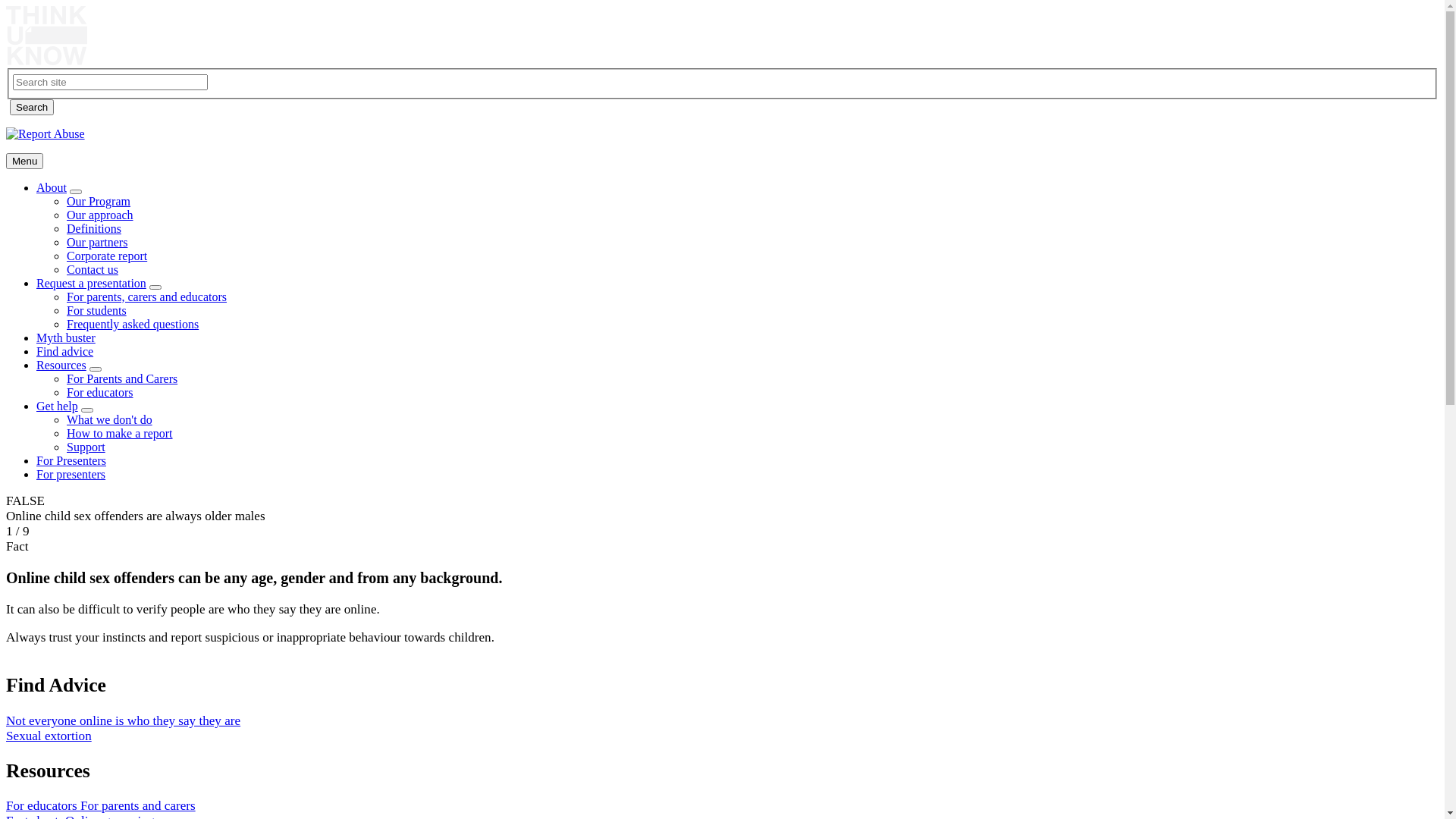 The image size is (1456, 819). I want to click on 'About', so click(51, 187).